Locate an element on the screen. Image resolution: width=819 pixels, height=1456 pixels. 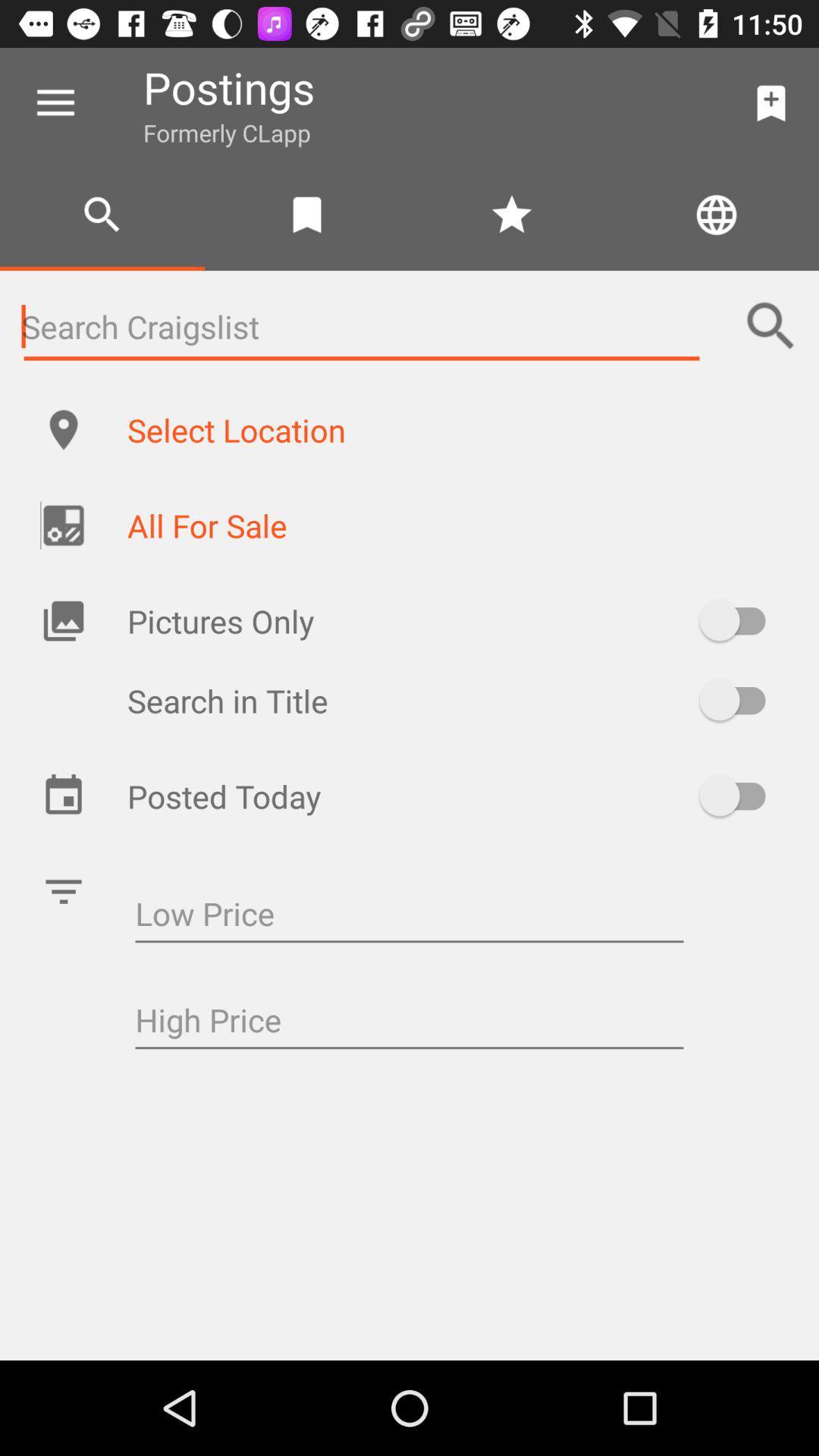
the item to the right of postings item is located at coordinates (771, 102).